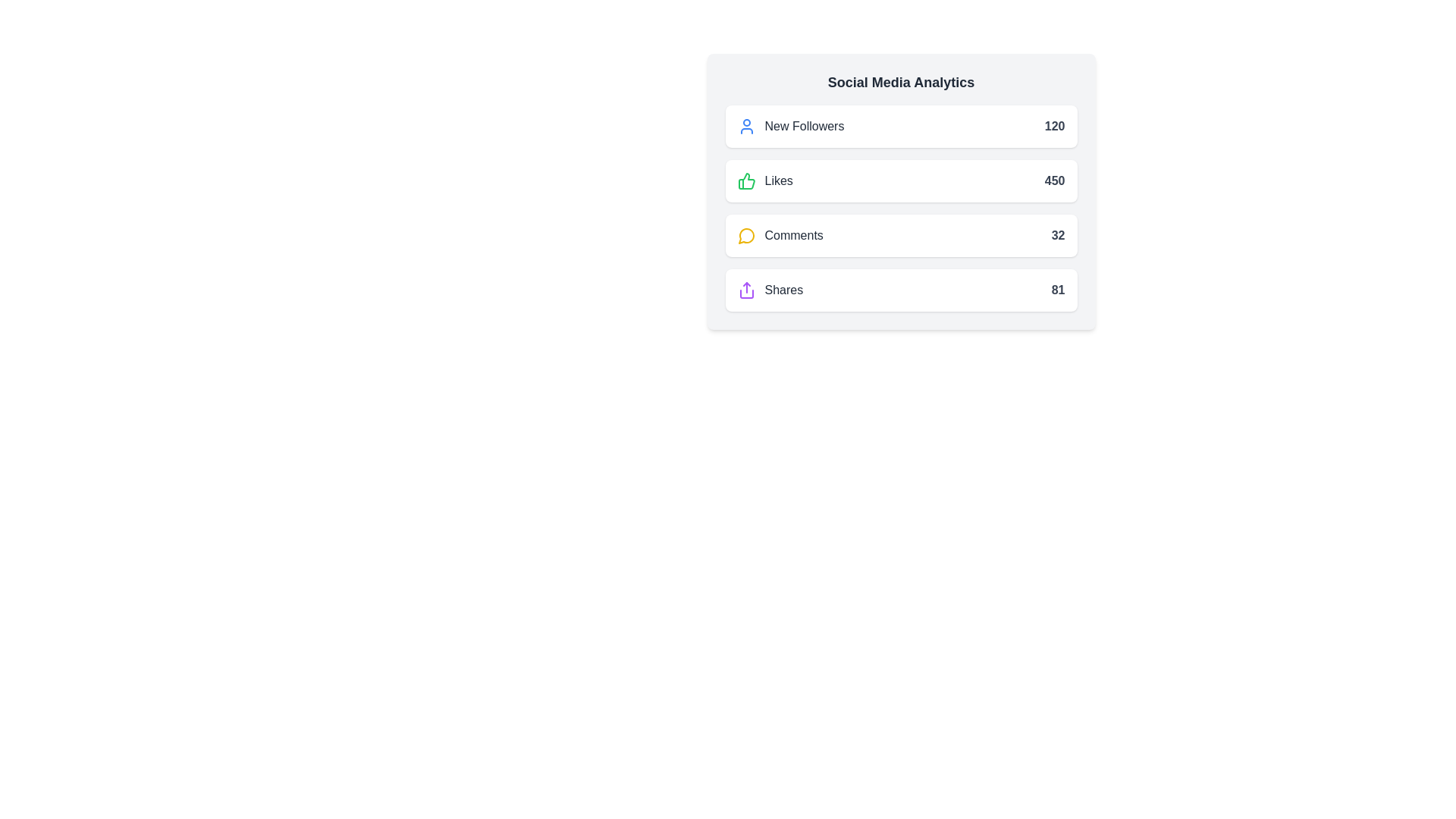 This screenshot has height=819, width=1456. Describe the element at coordinates (1057, 236) in the screenshot. I see `the text label displaying the count of comments within the 'Comments' card section, located in the upper-right corner of the card` at that location.